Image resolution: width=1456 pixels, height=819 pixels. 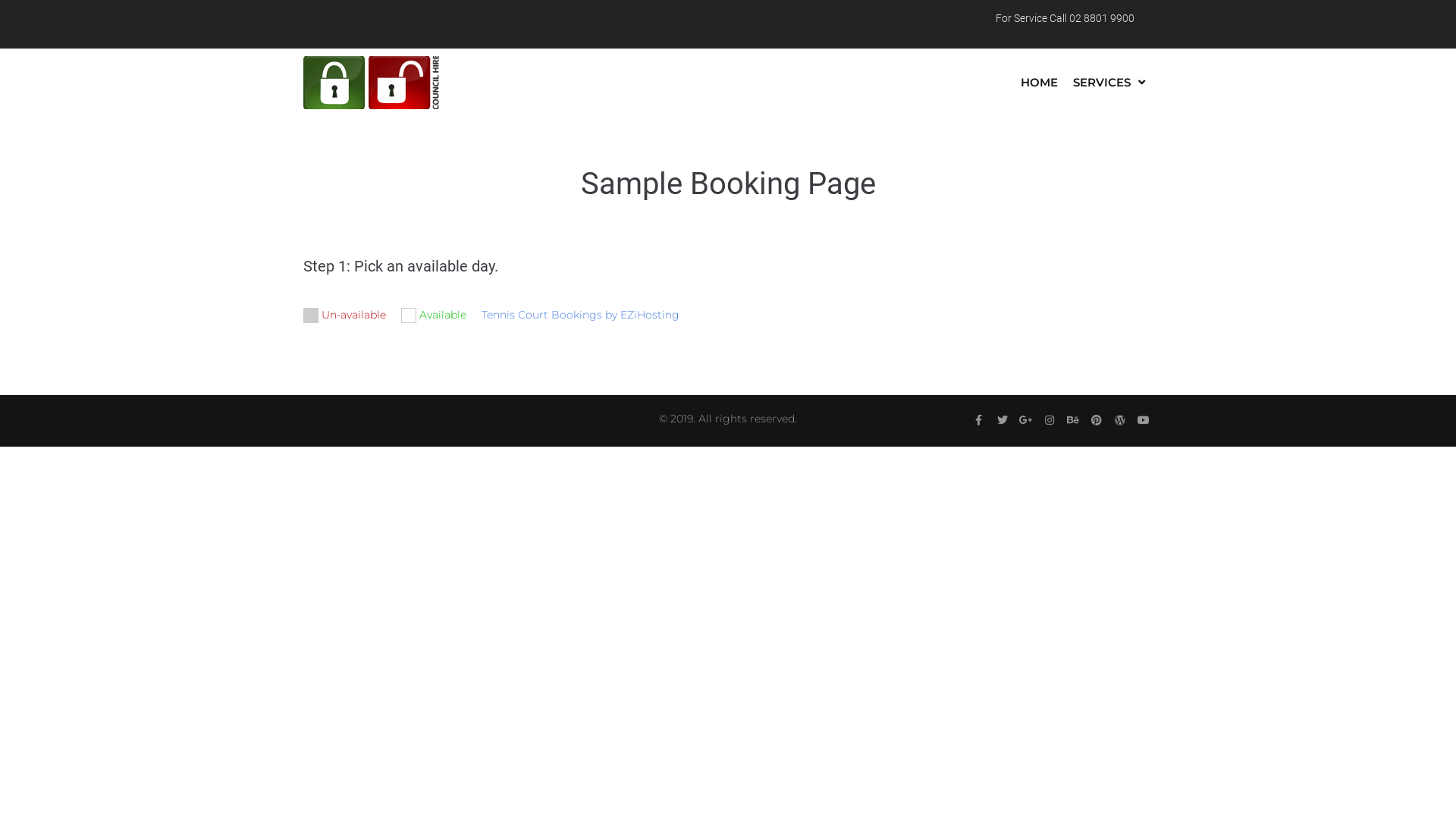 What do you see at coordinates (1109, 82) in the screenshot?
I see `'SERVICES'` at bounding box center [1109, 82].